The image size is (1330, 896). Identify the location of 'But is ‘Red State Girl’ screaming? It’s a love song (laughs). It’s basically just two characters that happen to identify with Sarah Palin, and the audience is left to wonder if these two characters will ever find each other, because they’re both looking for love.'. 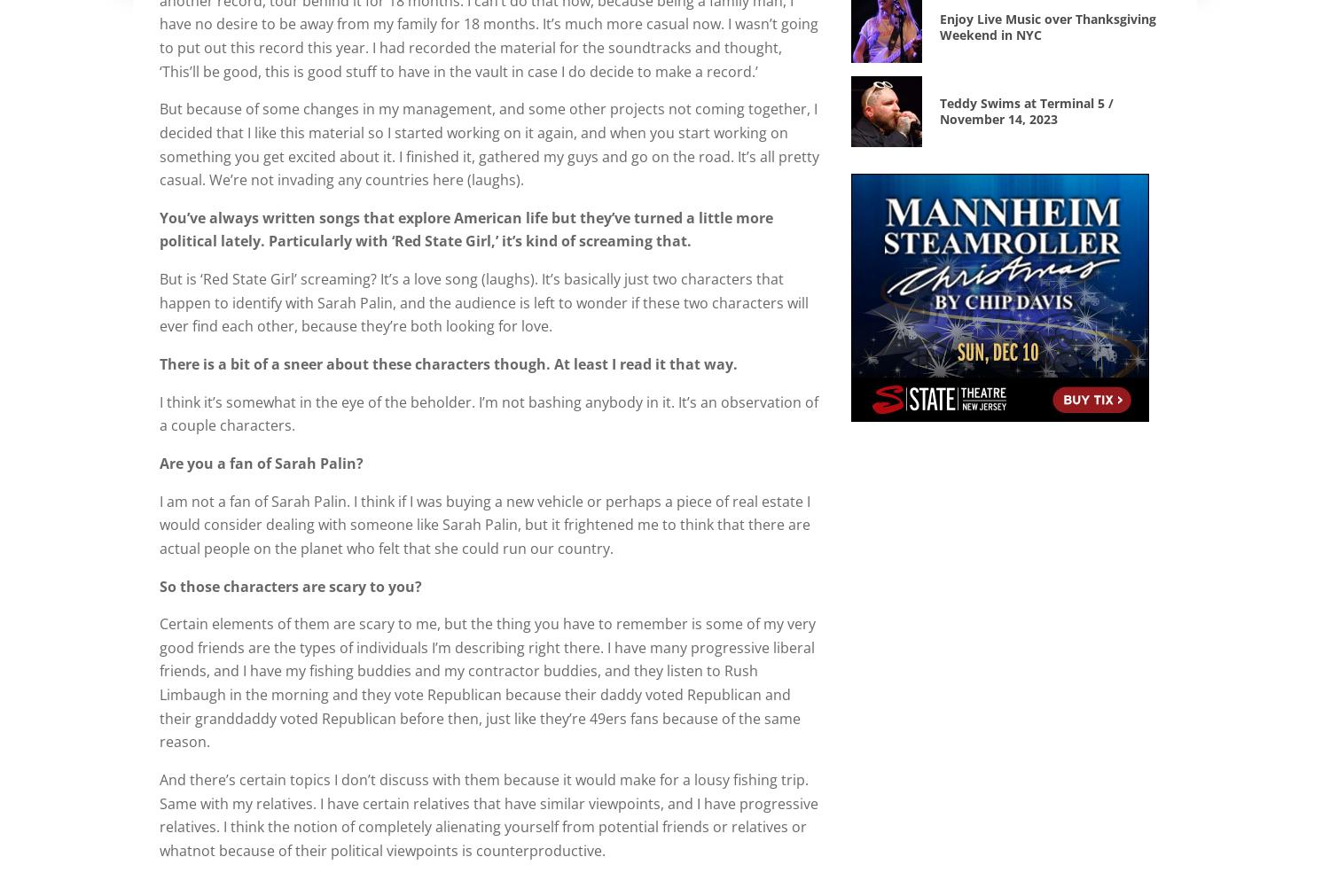
(160, 301).